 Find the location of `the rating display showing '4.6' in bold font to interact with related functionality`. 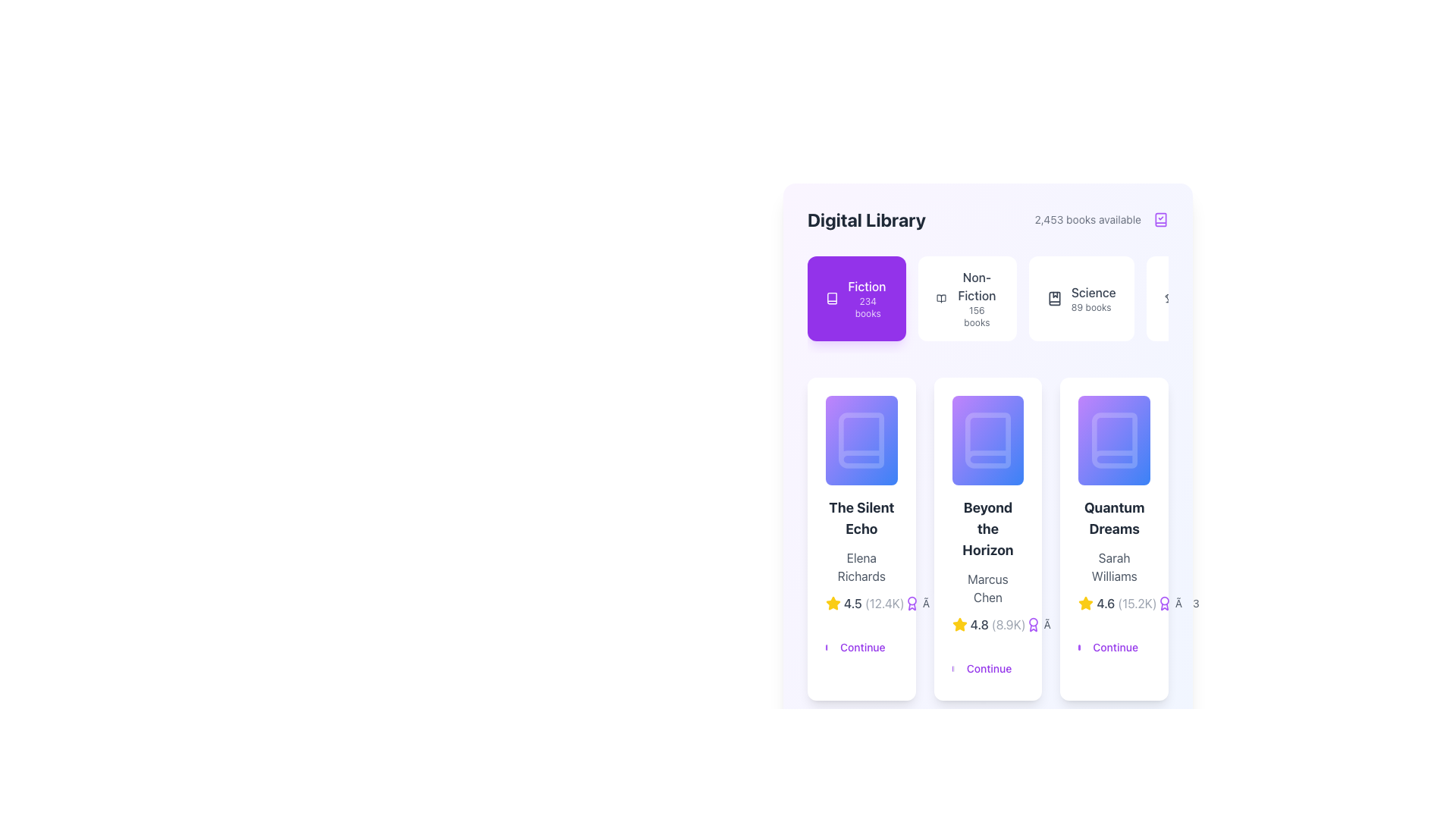

the rating display showing '4.6' in bold font to interact with related functionality is located at coordinates (1114, 603).